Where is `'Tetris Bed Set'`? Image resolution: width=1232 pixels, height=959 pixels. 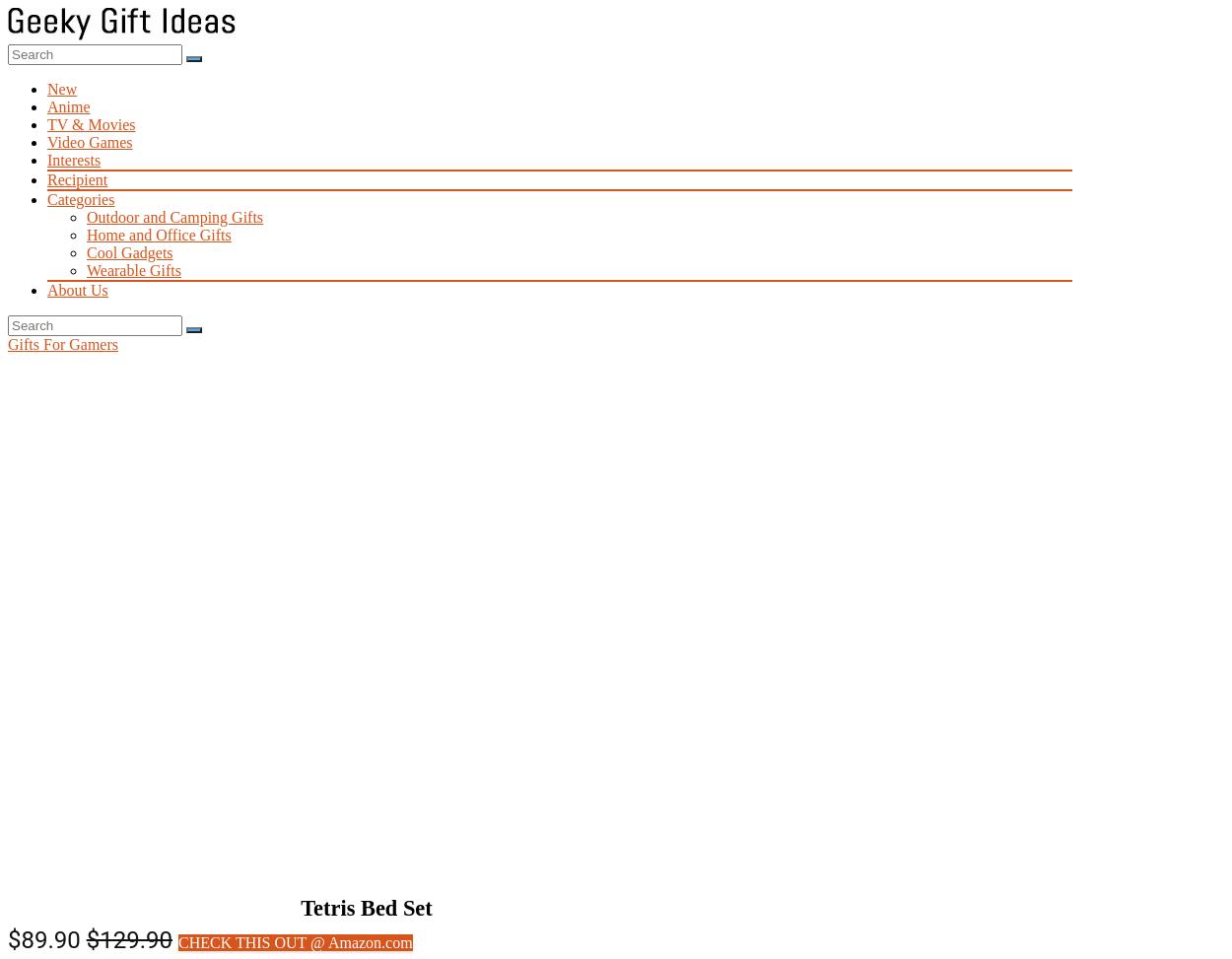 'Tetris Bed Set' is located at coordinates (365, 907).